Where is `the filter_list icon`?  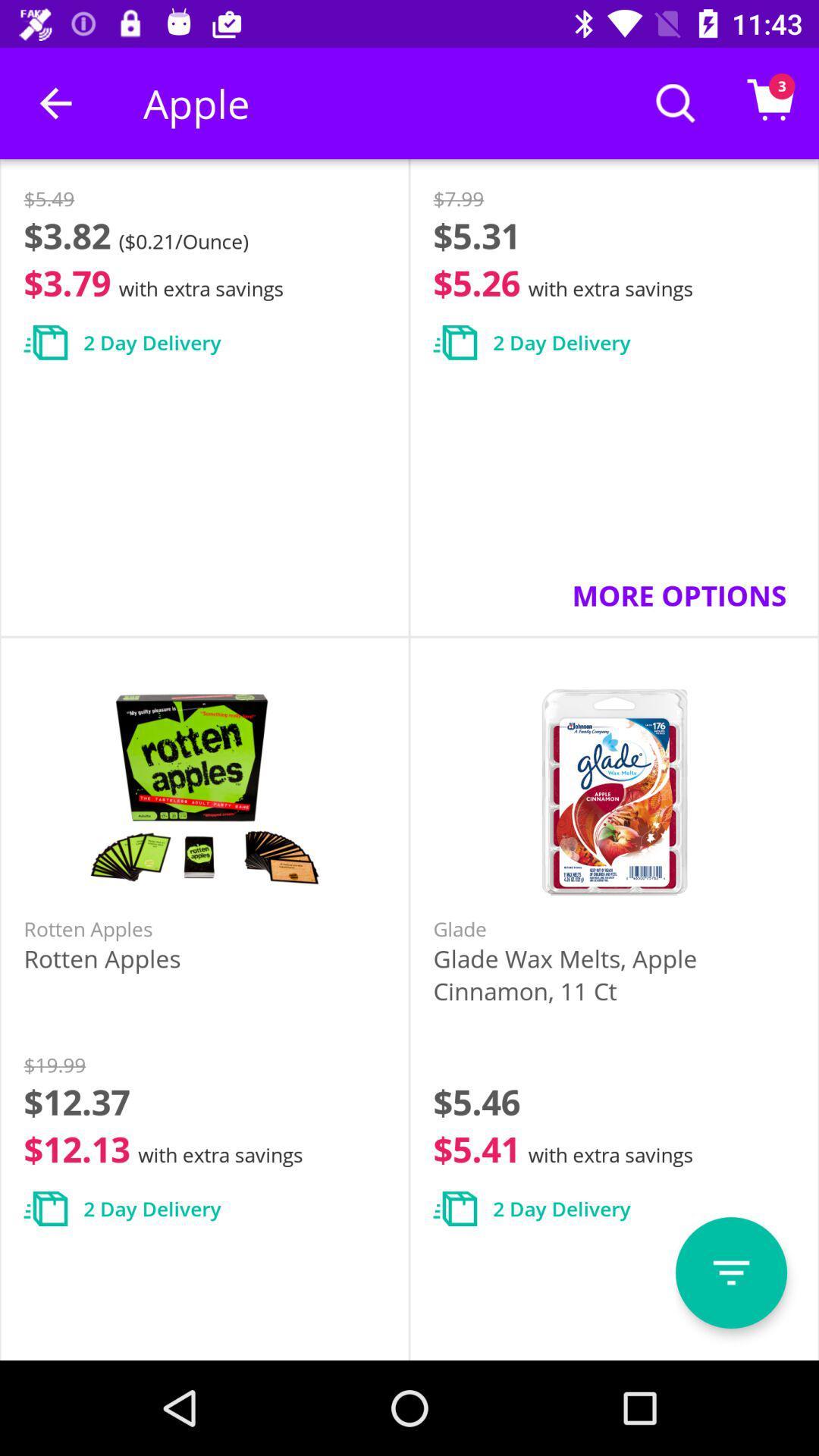 the filter_list icon is located at coordinates (730, 1272).